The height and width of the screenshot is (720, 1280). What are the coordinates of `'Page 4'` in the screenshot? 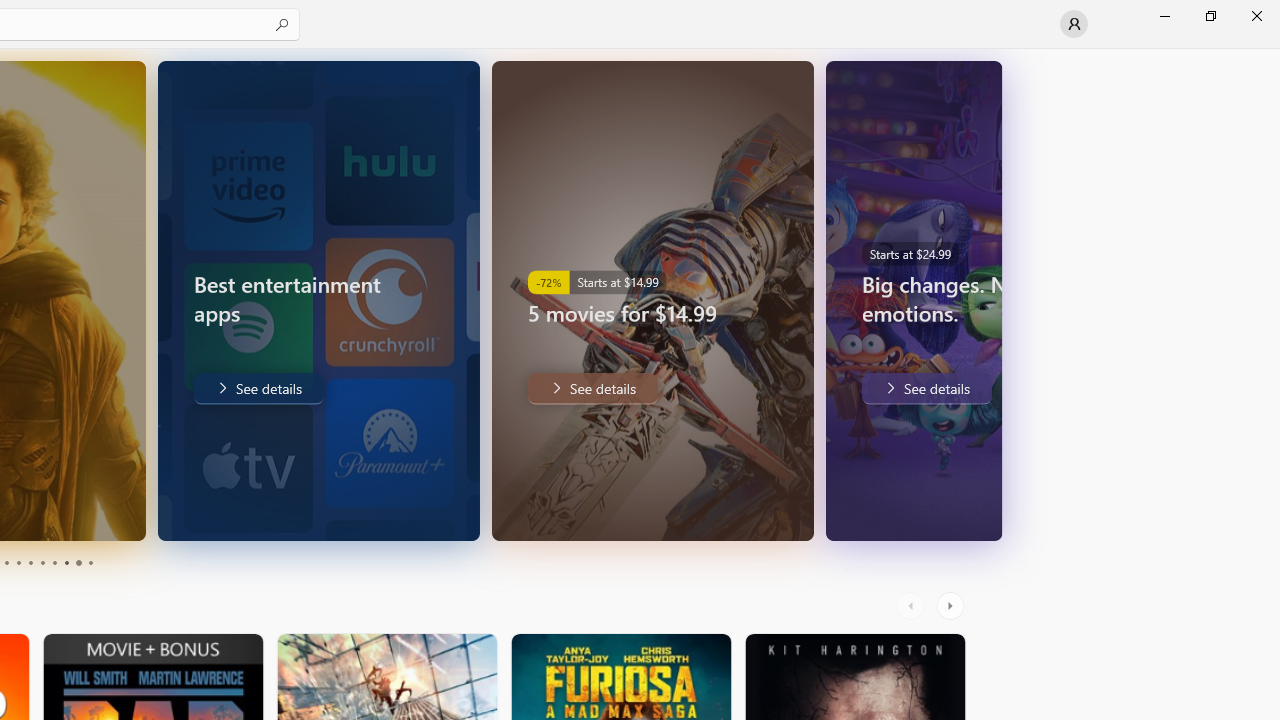 It's located at (17, 563).